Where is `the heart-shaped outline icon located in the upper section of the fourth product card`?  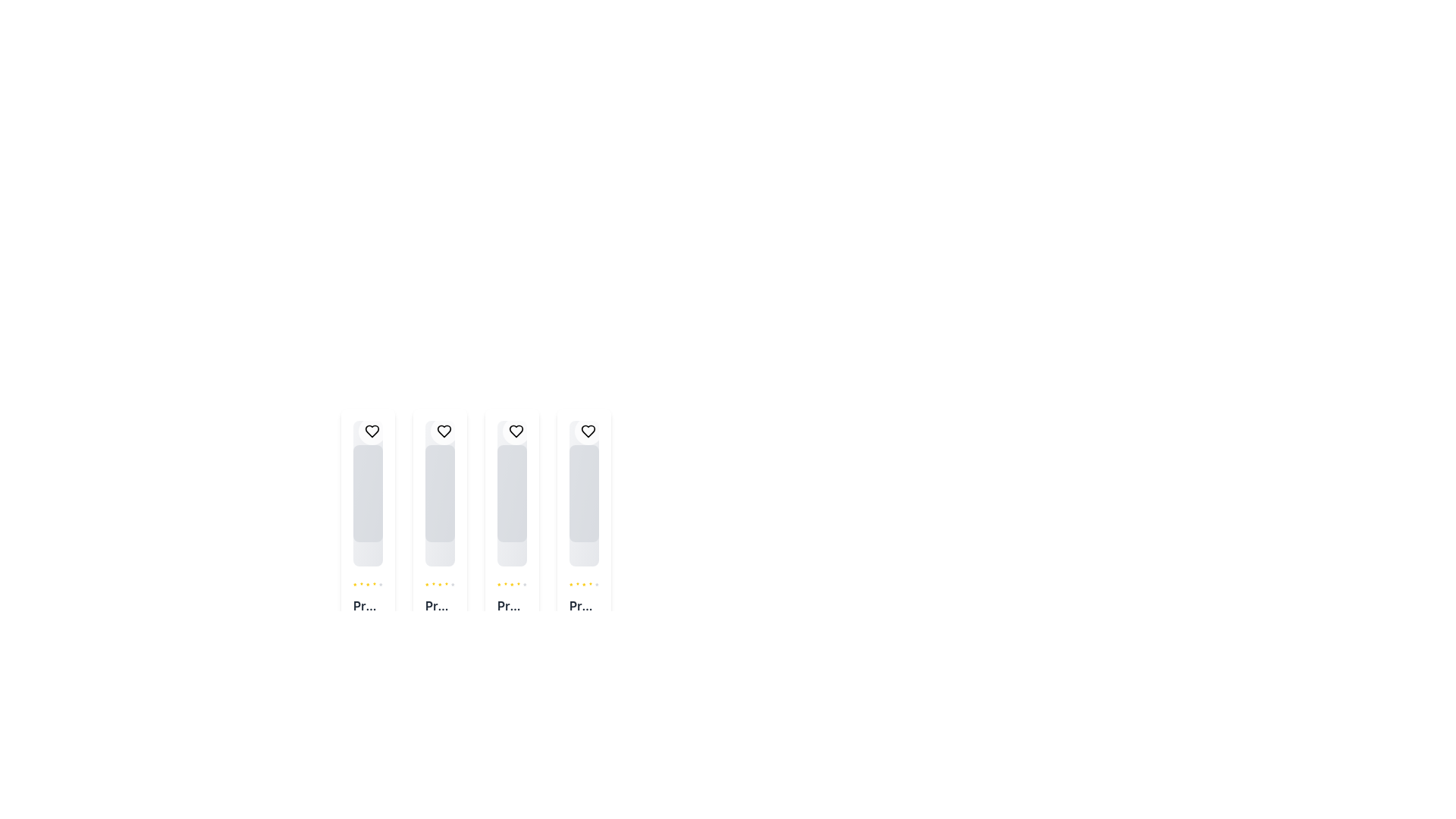
the heart-shaped outline icon located in the upper section of the fourth product card is located at coordinates (588, 431).